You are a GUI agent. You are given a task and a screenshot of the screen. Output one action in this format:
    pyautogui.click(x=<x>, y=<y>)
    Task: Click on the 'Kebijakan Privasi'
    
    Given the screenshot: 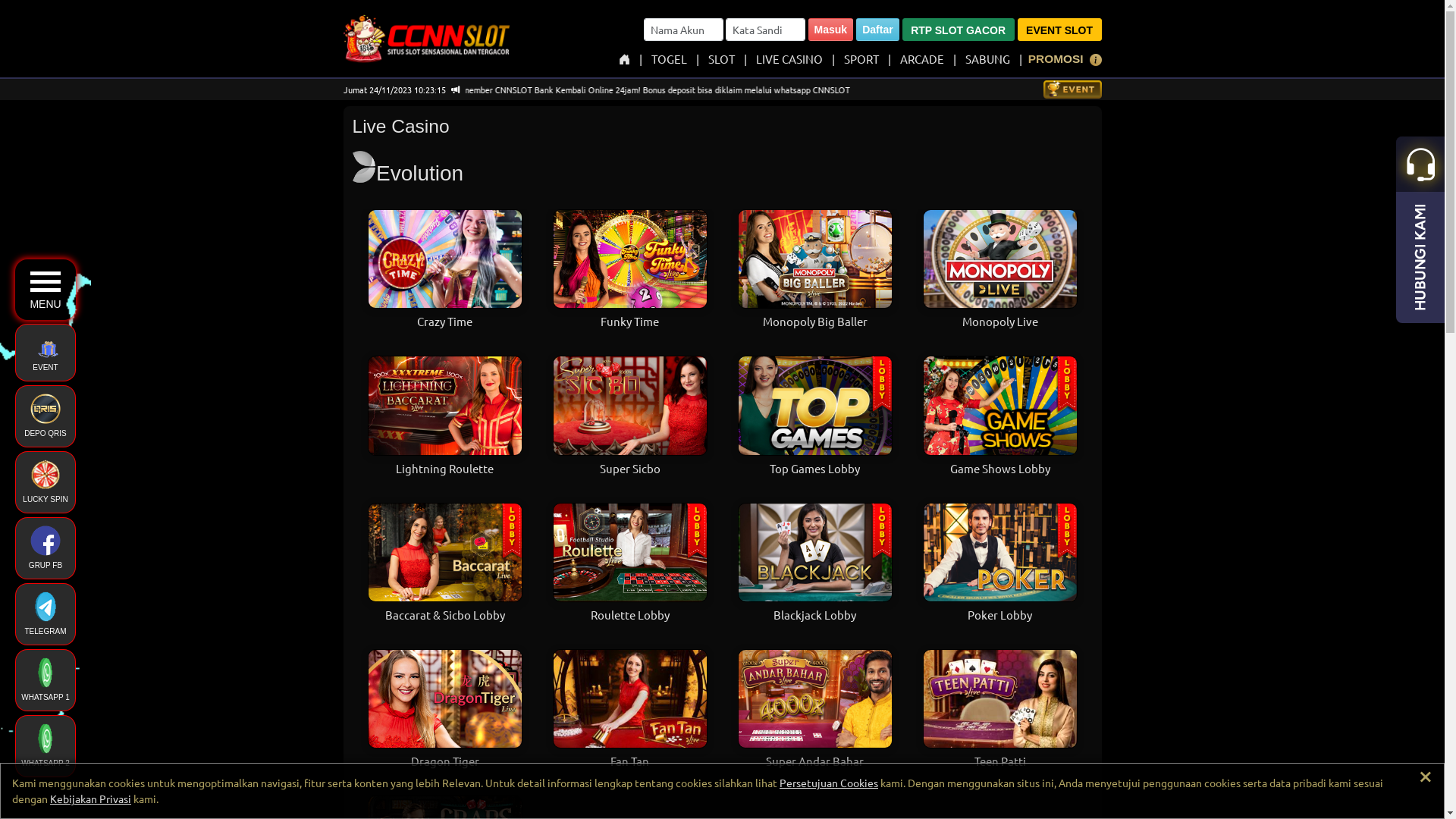 What is the action you would take?
    pyautogui.click(x=50, y=798)
    